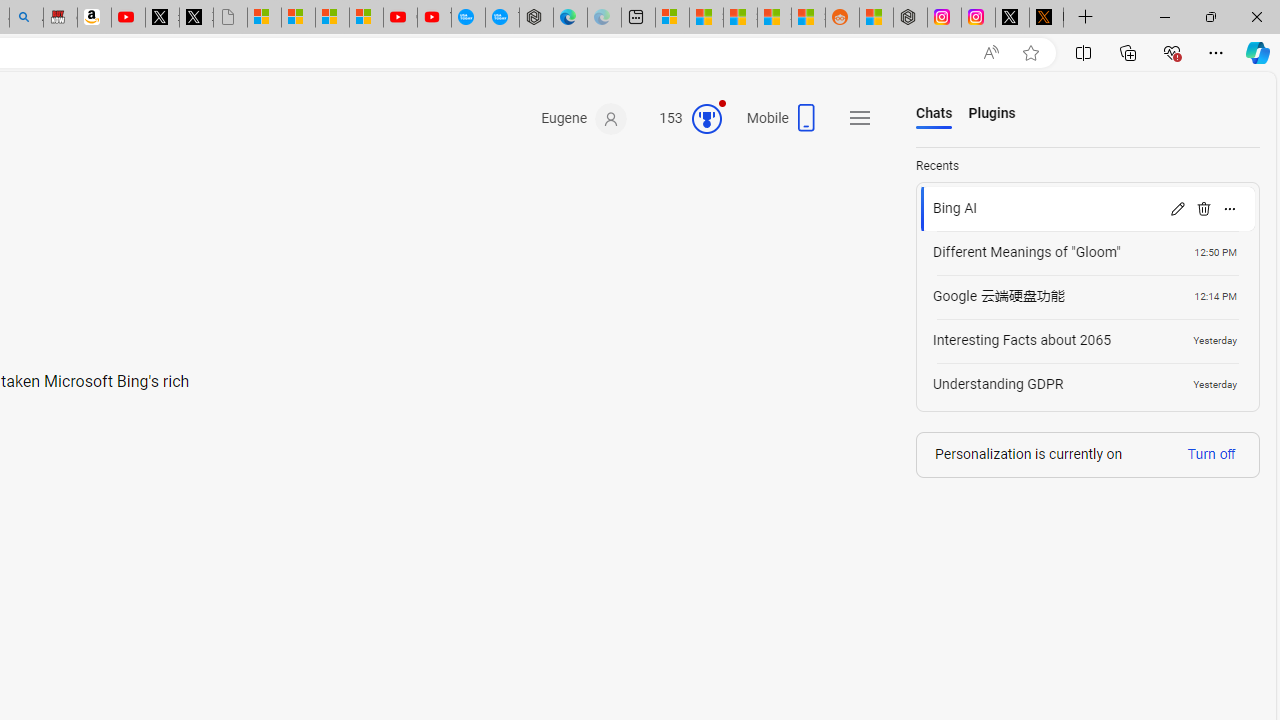 The image size is (1280, 720). What do you see at coordinates (1202, 208) in the screenshot?
I see `'Delete'` at bounding box center [1202, 208].